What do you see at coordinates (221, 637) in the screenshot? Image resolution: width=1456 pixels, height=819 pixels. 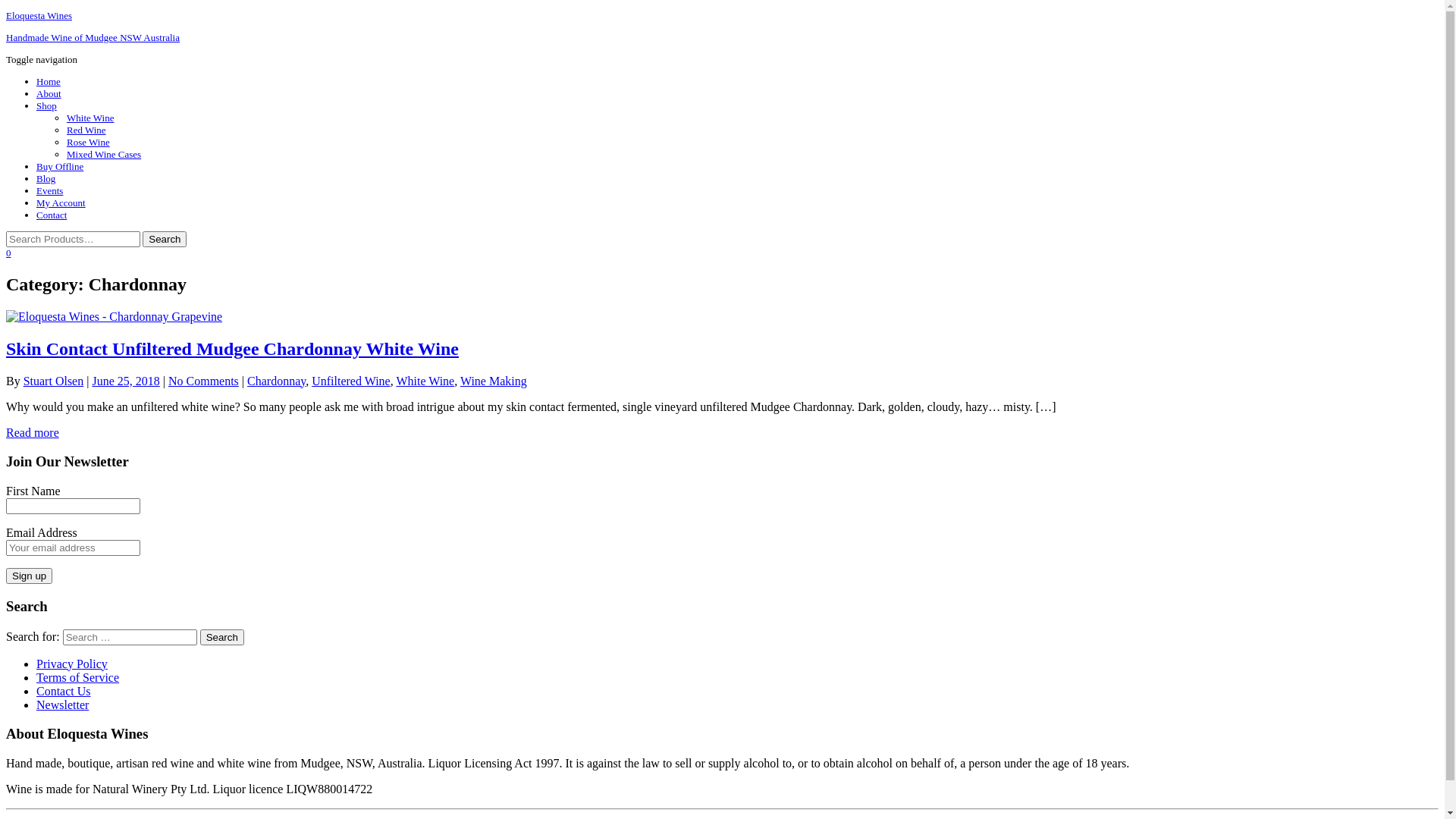 I see `'Search'` at bounding box center [221, 637].